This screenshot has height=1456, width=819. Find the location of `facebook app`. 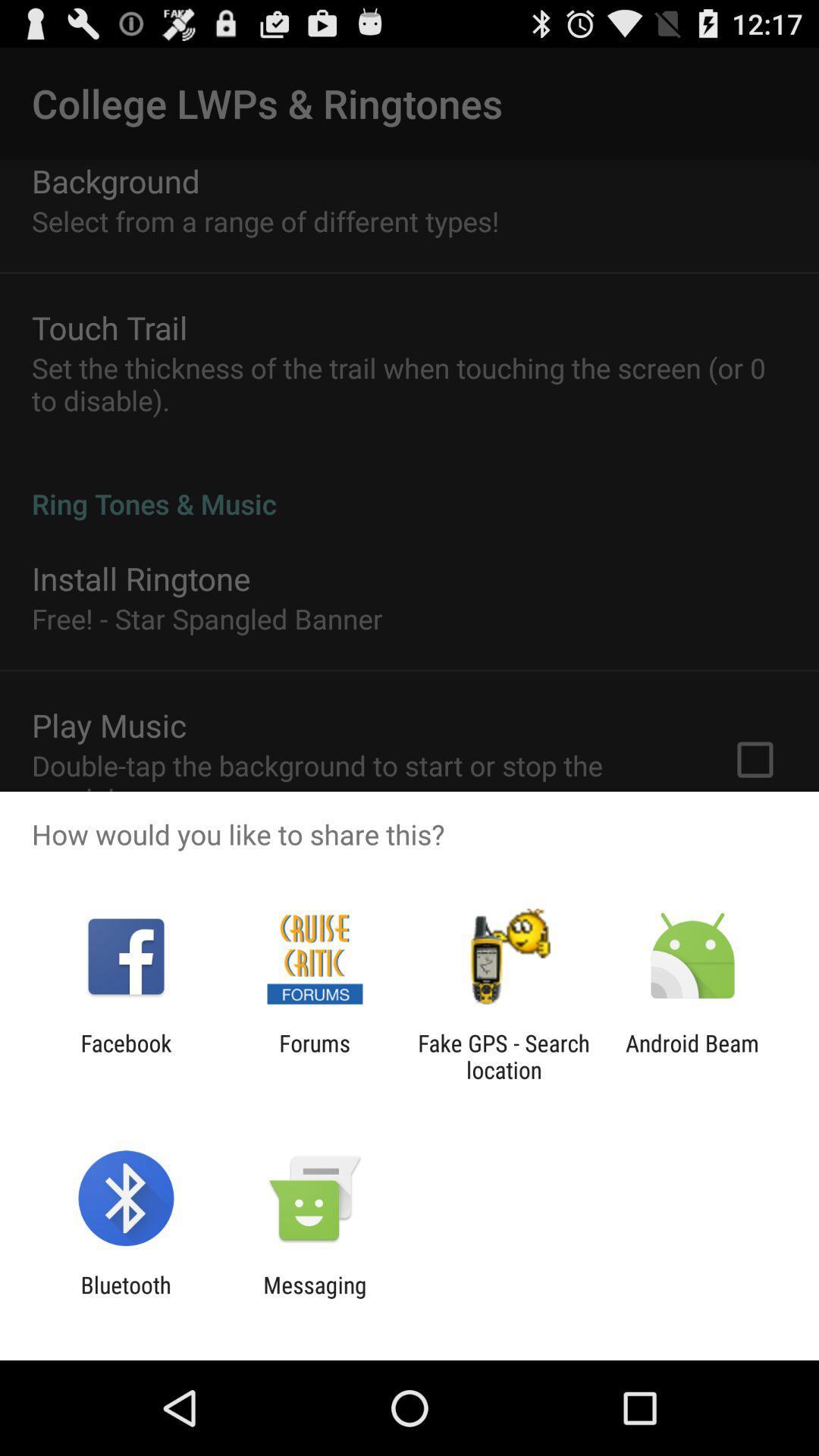

facebook app is located at coordinates (125, 1056).